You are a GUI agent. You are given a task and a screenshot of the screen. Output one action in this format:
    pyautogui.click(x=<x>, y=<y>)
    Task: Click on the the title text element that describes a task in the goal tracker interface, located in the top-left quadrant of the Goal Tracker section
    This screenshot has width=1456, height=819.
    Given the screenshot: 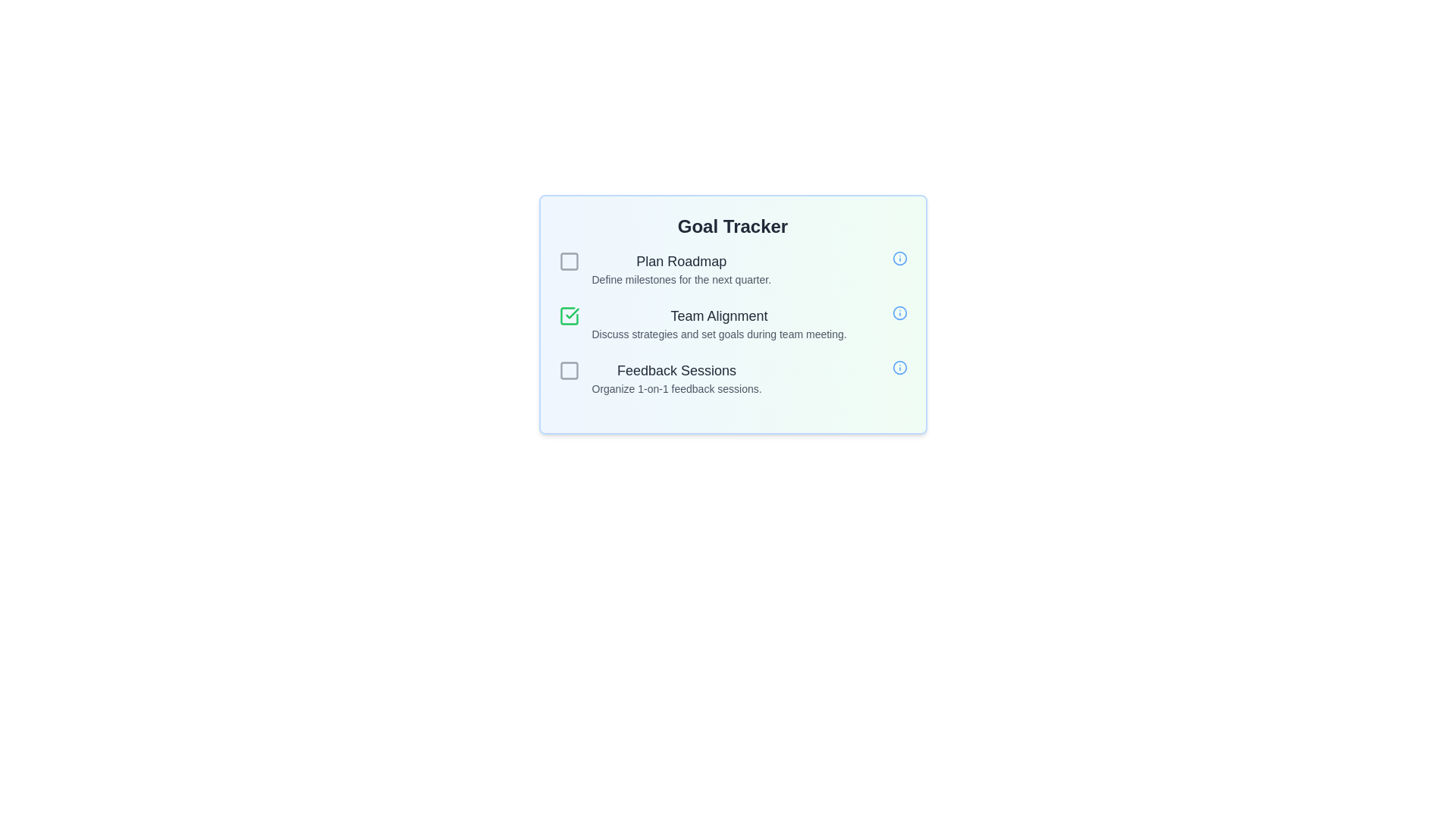 What is the action you would take?
    pyautogui.click(x=680, y=260)
    